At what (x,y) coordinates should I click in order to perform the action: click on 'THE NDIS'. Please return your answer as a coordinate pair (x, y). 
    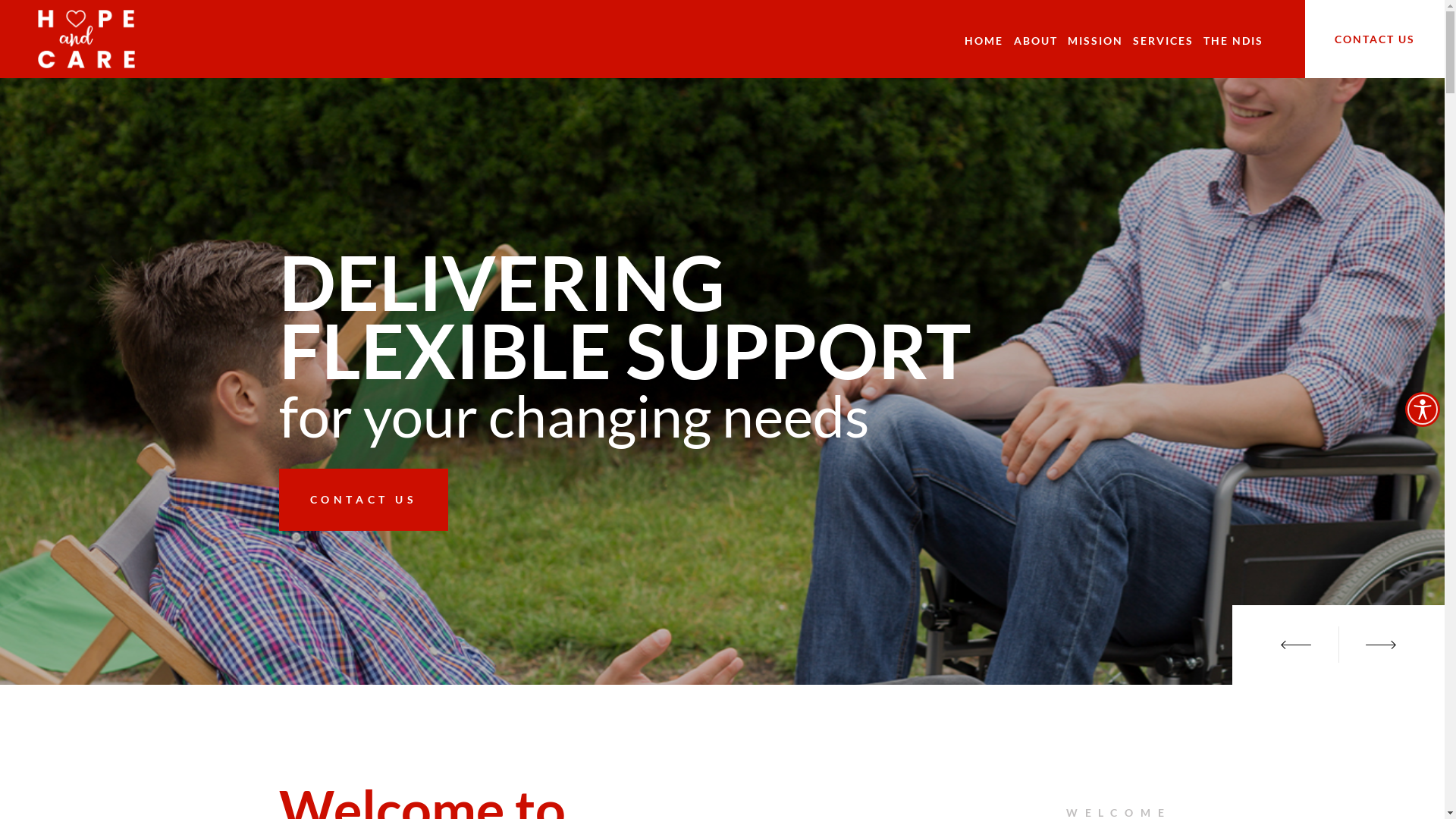
    Looking at the image, I should click on (1233, 39).